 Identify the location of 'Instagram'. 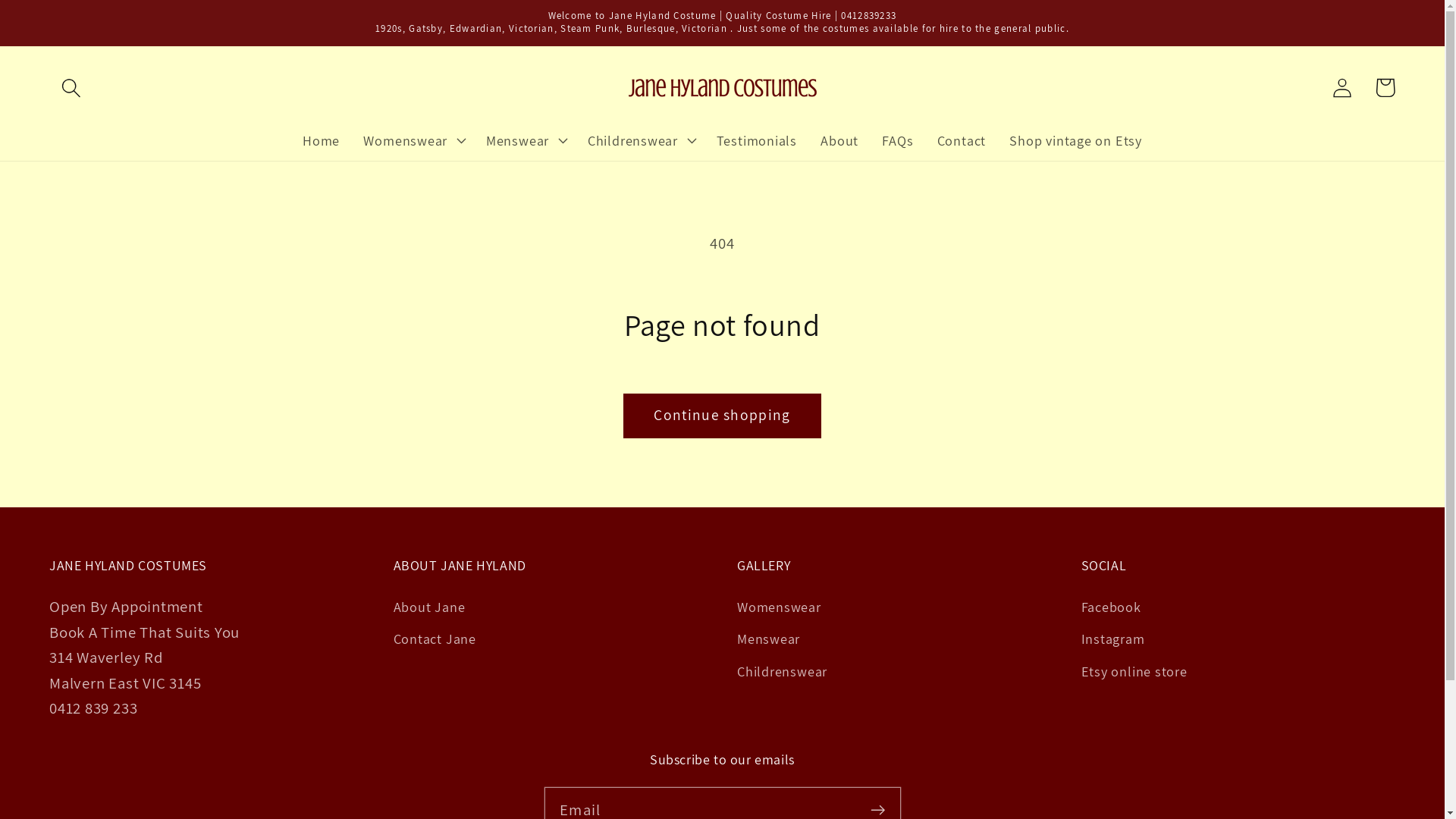
(1080, 639).